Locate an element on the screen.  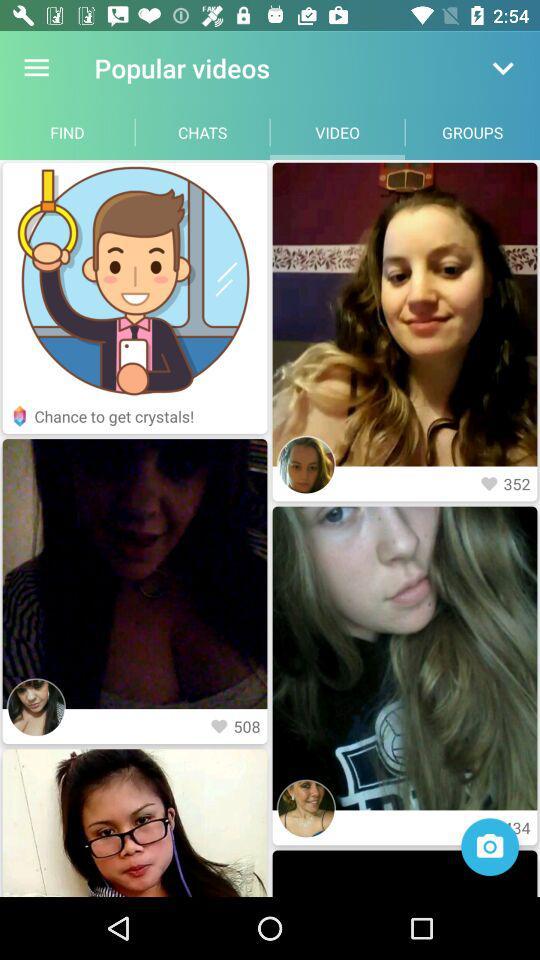
the photo icon is located at coordinates (489, 846).